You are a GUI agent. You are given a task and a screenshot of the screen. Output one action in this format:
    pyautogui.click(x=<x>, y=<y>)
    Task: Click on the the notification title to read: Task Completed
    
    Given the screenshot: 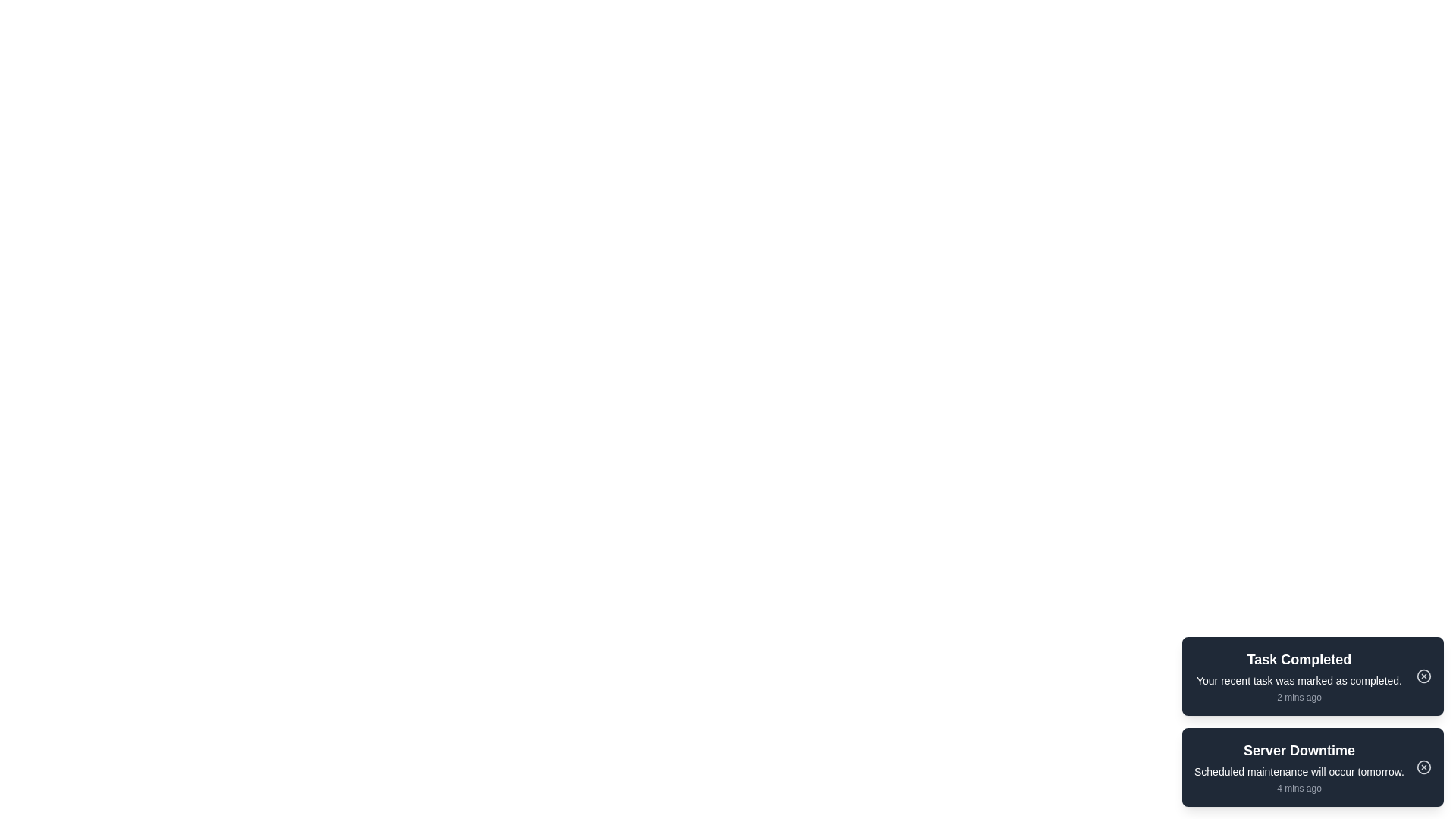 What is the action you would take?
    pyautogui.click(x=1298, y=659)
    